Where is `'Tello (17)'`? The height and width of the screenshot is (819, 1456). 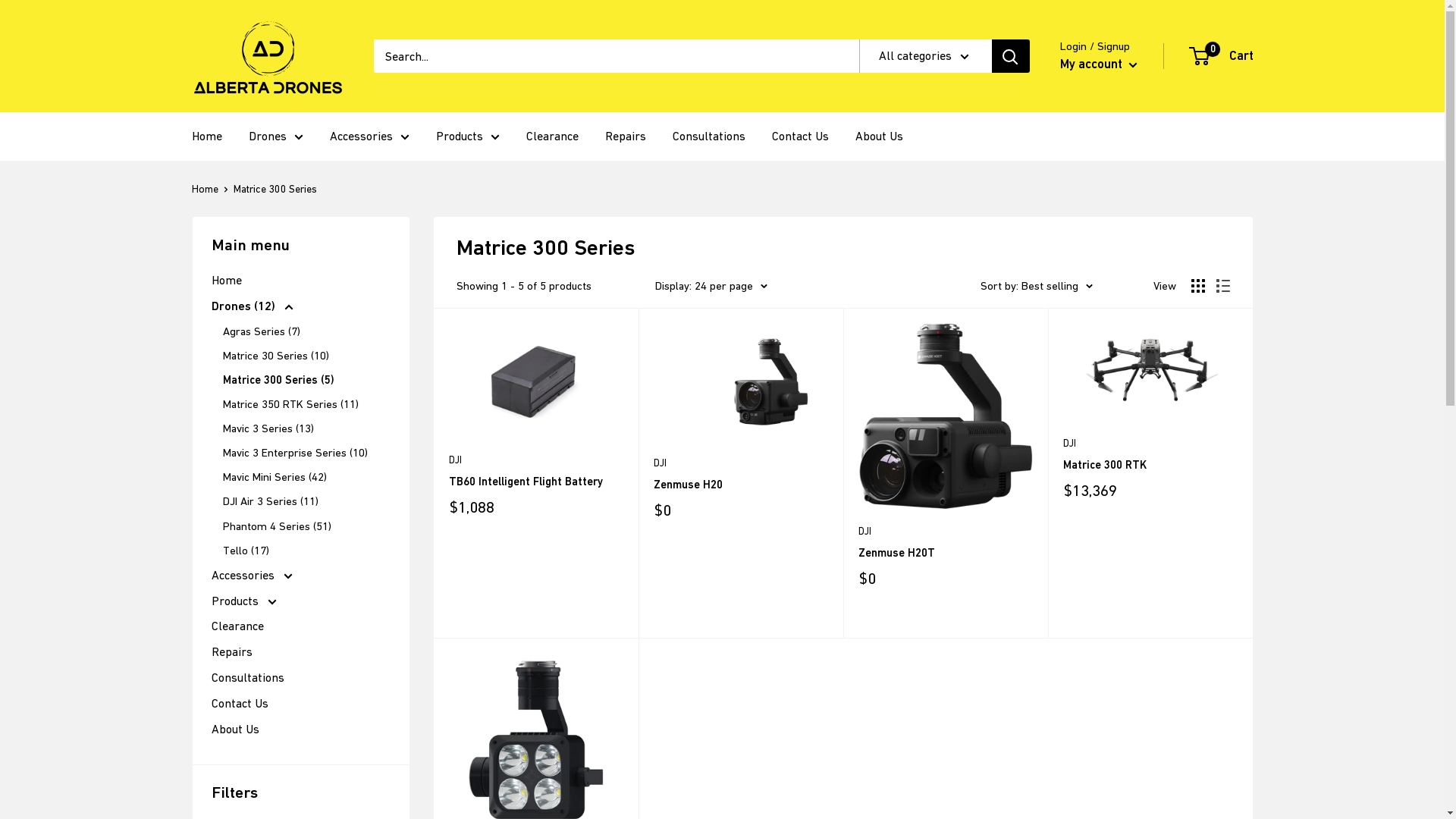 'Tello (17)' is located at coordinates (221, 550).